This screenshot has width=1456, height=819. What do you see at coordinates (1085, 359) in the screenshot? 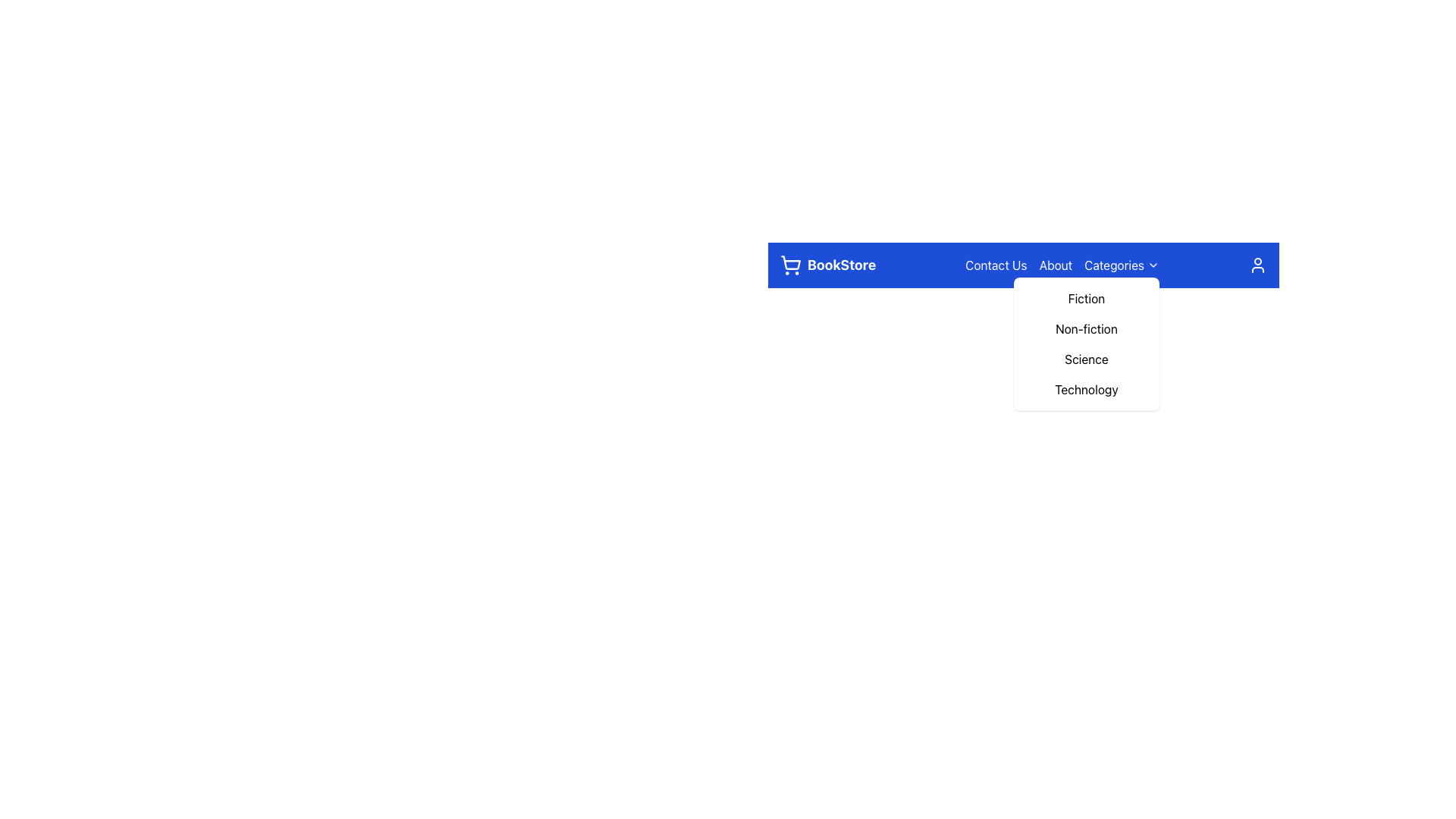
I see `the 'Science' menu option, which is the third item in the vertical dropdown menu under the 'Categories' section` at bounding box center [1085, 359].